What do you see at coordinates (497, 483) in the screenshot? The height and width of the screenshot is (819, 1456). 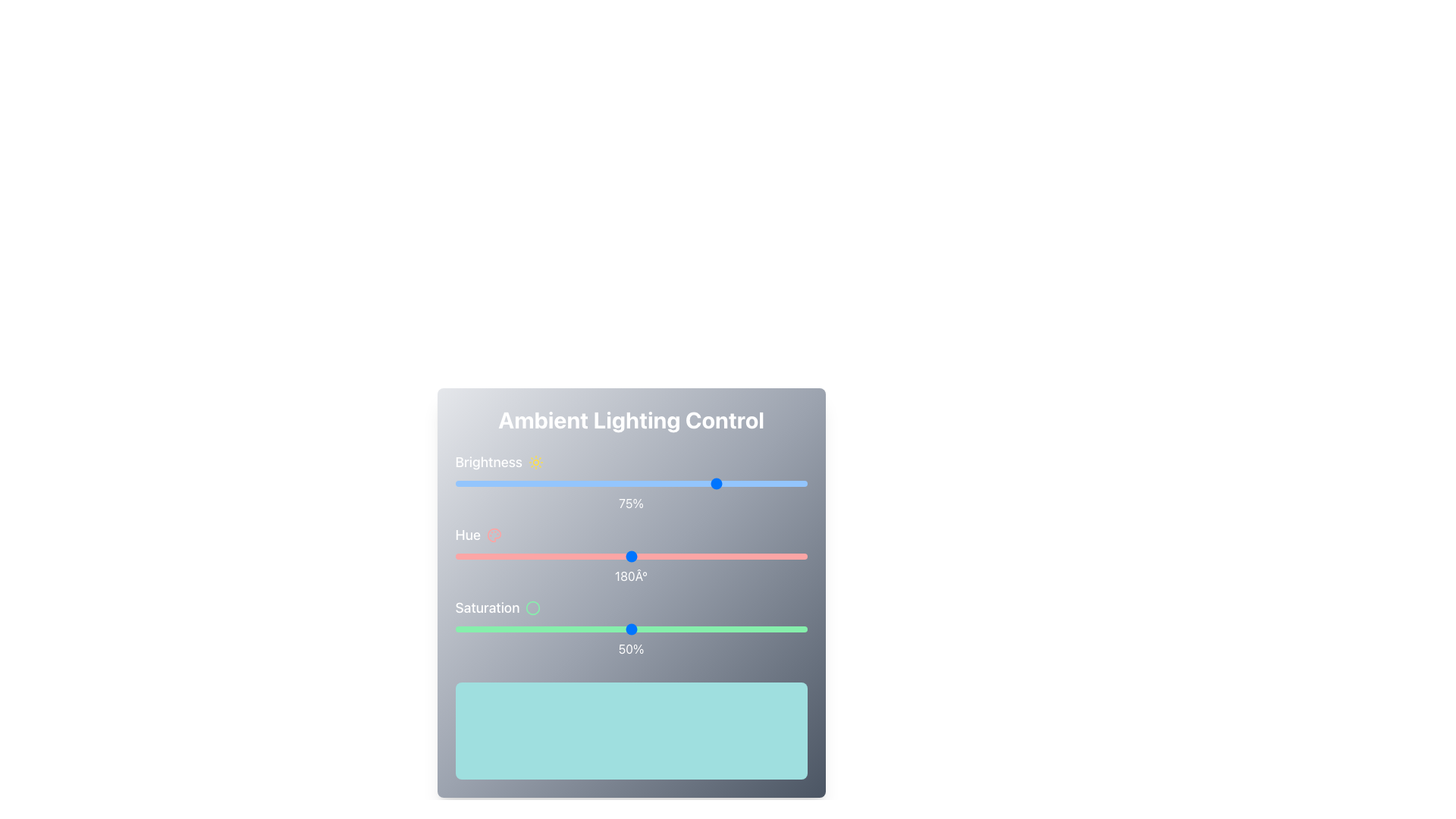 I see `brightness` at bounding box center [497, 483].